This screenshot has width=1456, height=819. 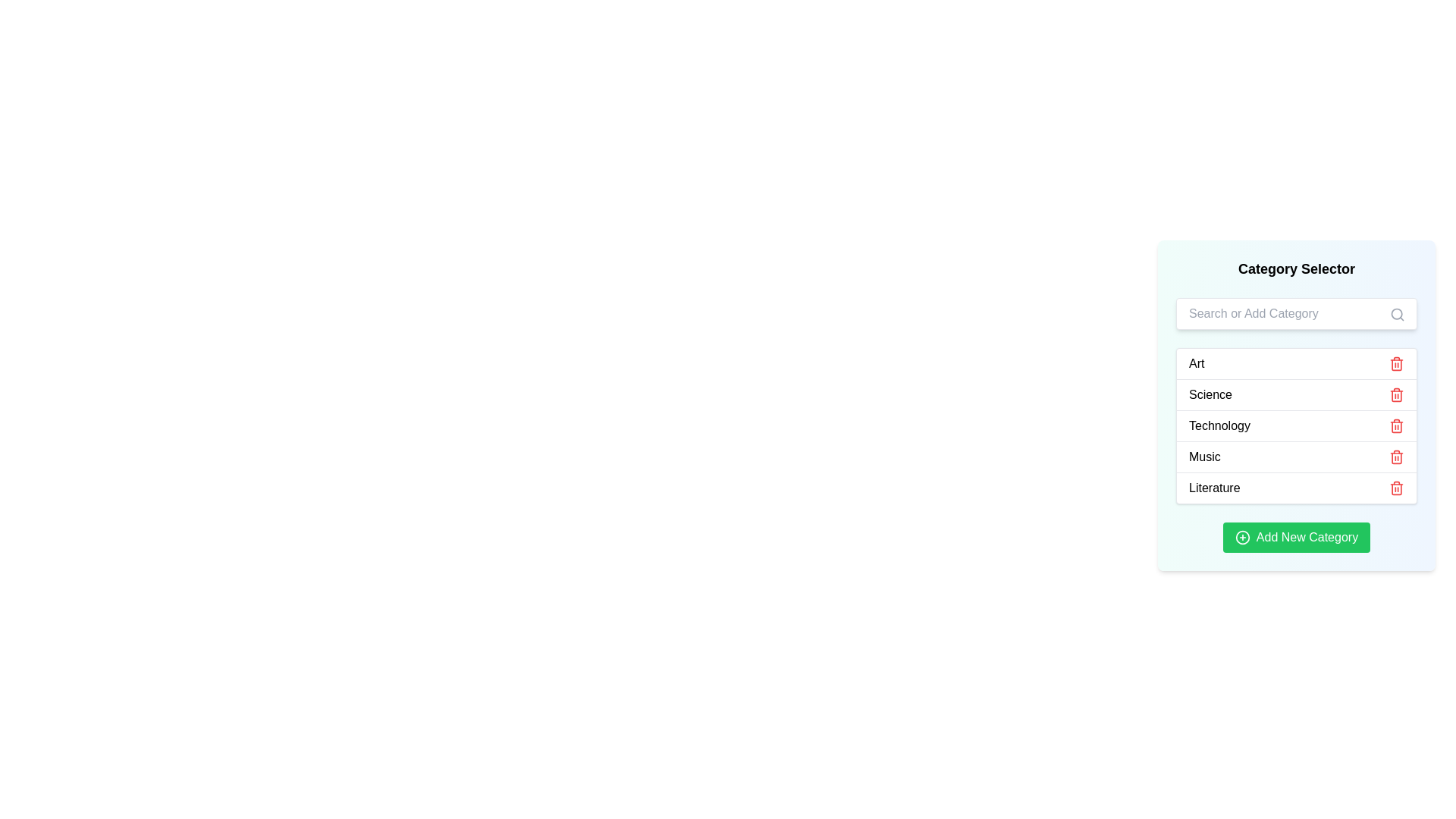 What do you see at coordinates (1396, 365) in the screenshot?
I see `the main body of the trash can icon, which represents the delete functionality for the 'Art' category option` at bounding box center [1396, 365].